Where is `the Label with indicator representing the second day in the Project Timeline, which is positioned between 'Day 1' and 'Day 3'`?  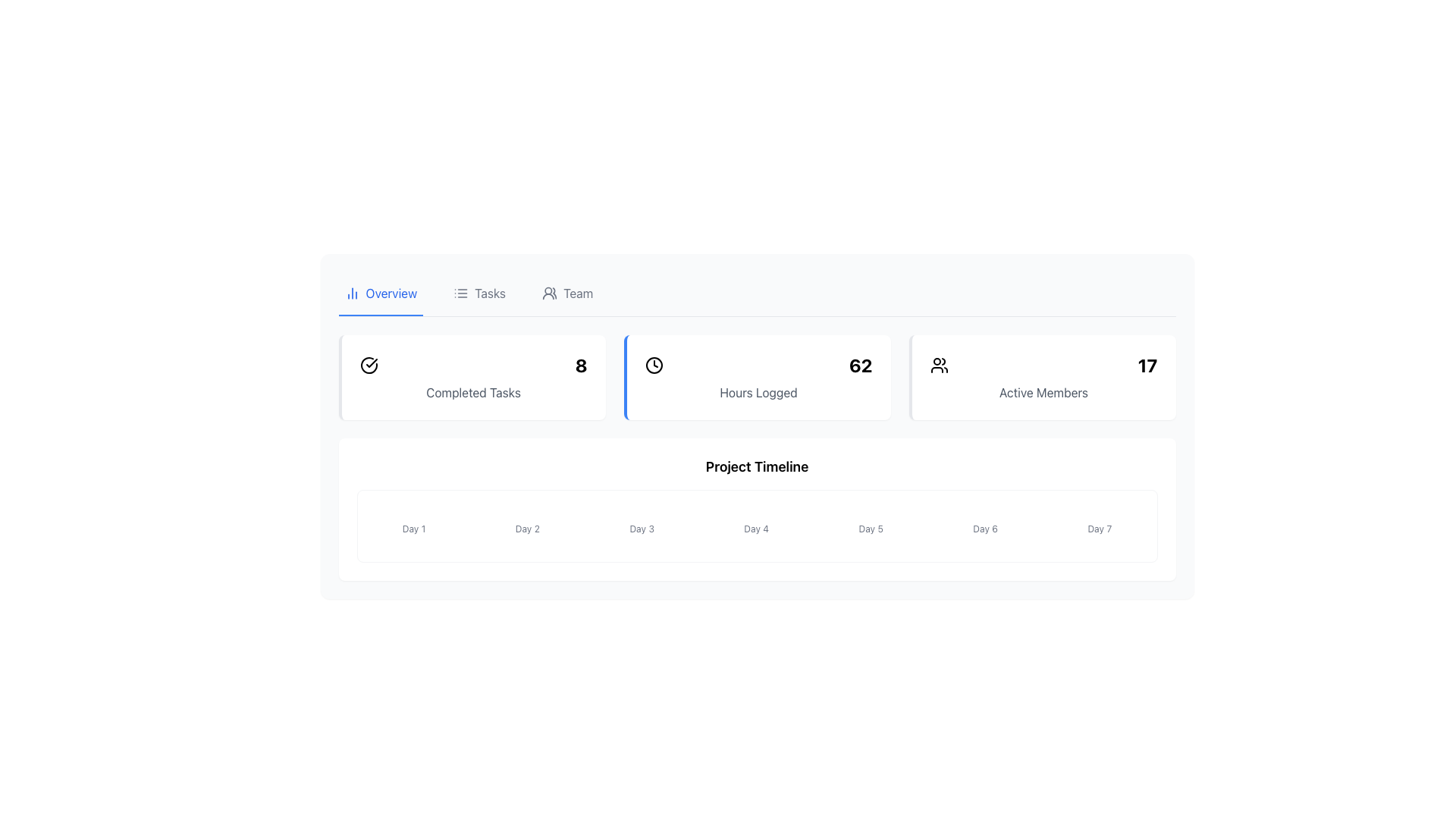
the Label with indicator representing the second day in the Project Timeline, which is positioned between 'Day 1' and 'Day 3' is located at coordinates (527, 526).